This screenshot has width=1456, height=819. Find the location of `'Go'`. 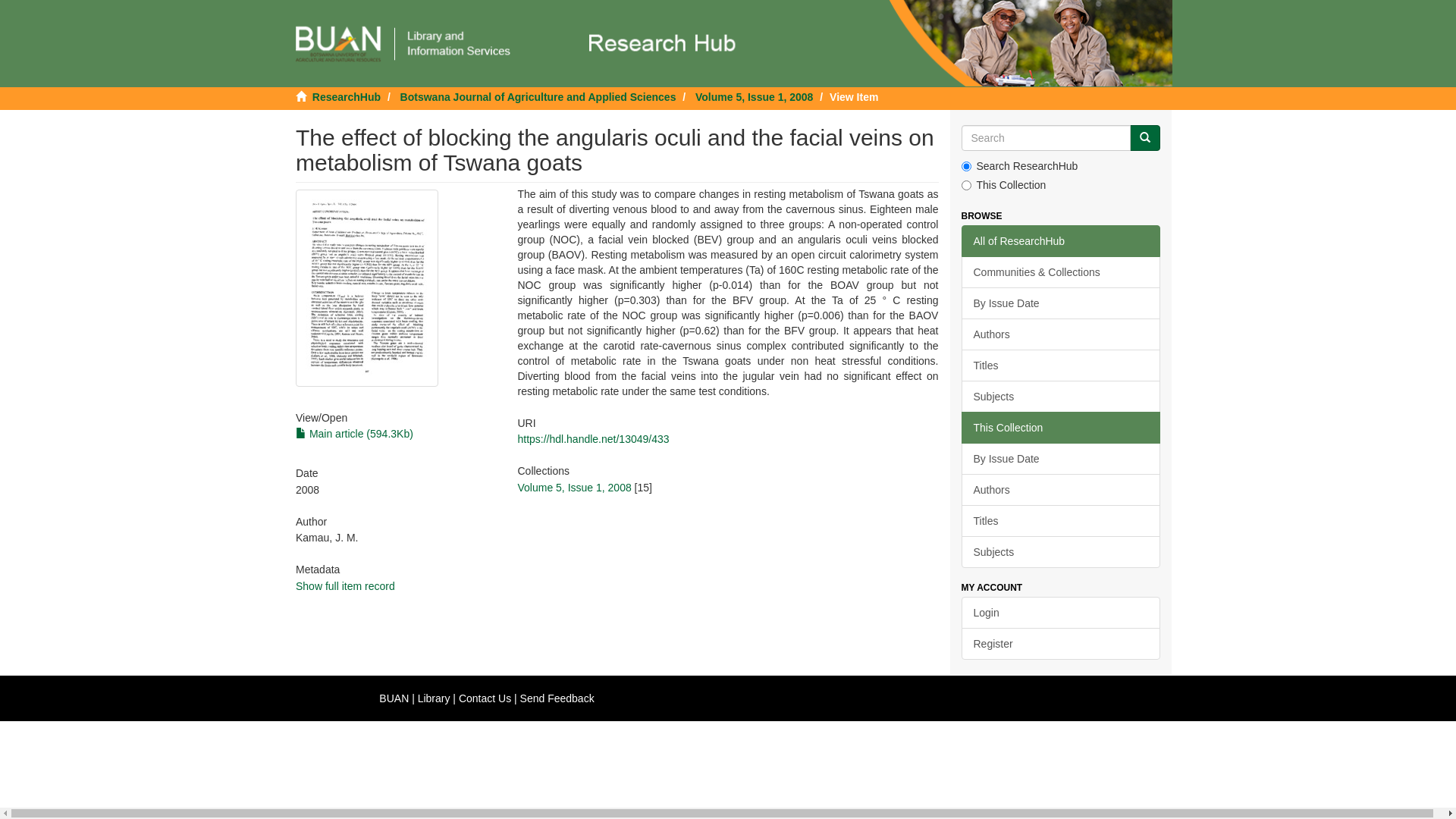

'Go' is located at coordinates (1145, 137).